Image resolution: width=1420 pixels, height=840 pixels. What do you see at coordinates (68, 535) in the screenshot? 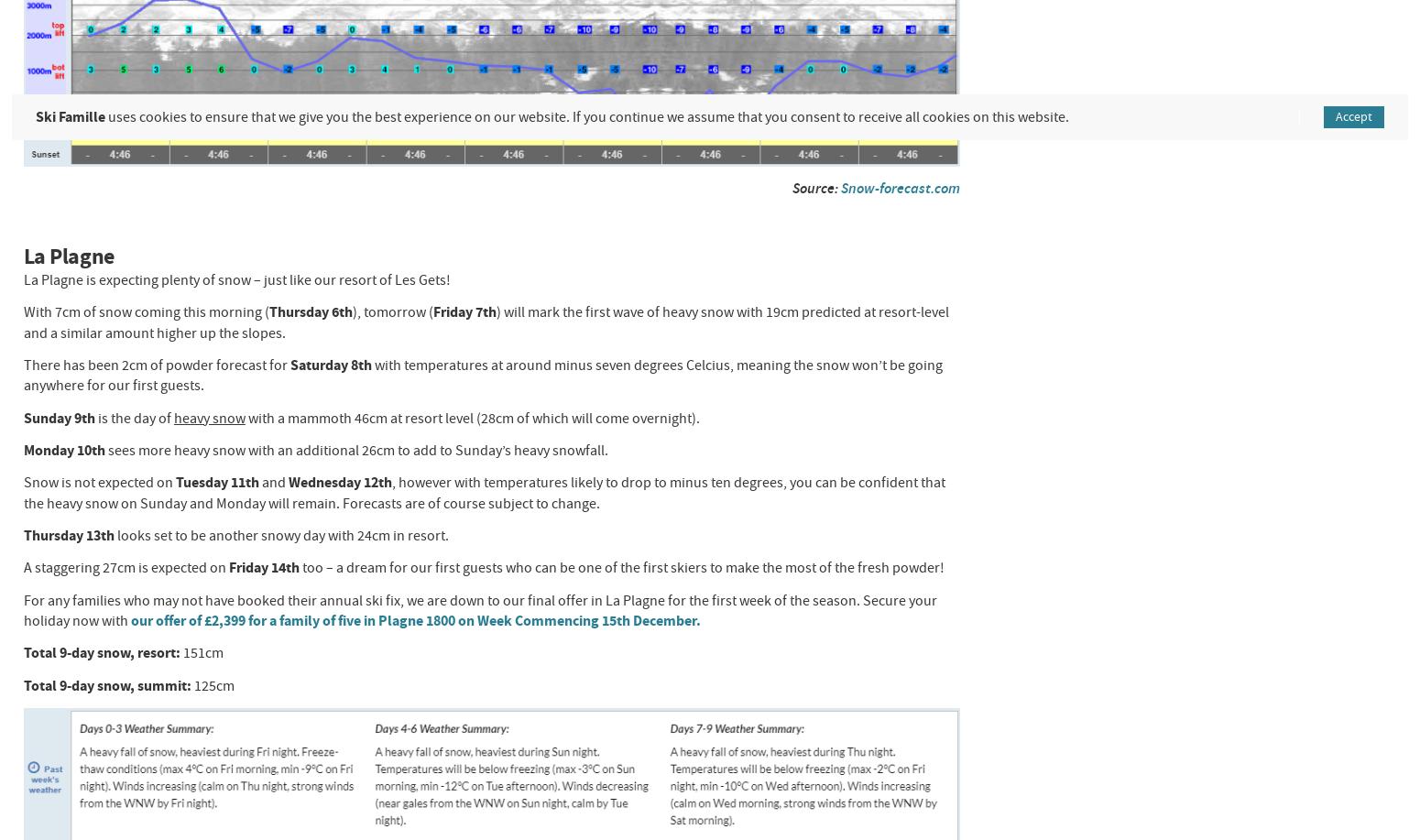
I see `'Thursday 13th'` at bounding box center [68, 535].